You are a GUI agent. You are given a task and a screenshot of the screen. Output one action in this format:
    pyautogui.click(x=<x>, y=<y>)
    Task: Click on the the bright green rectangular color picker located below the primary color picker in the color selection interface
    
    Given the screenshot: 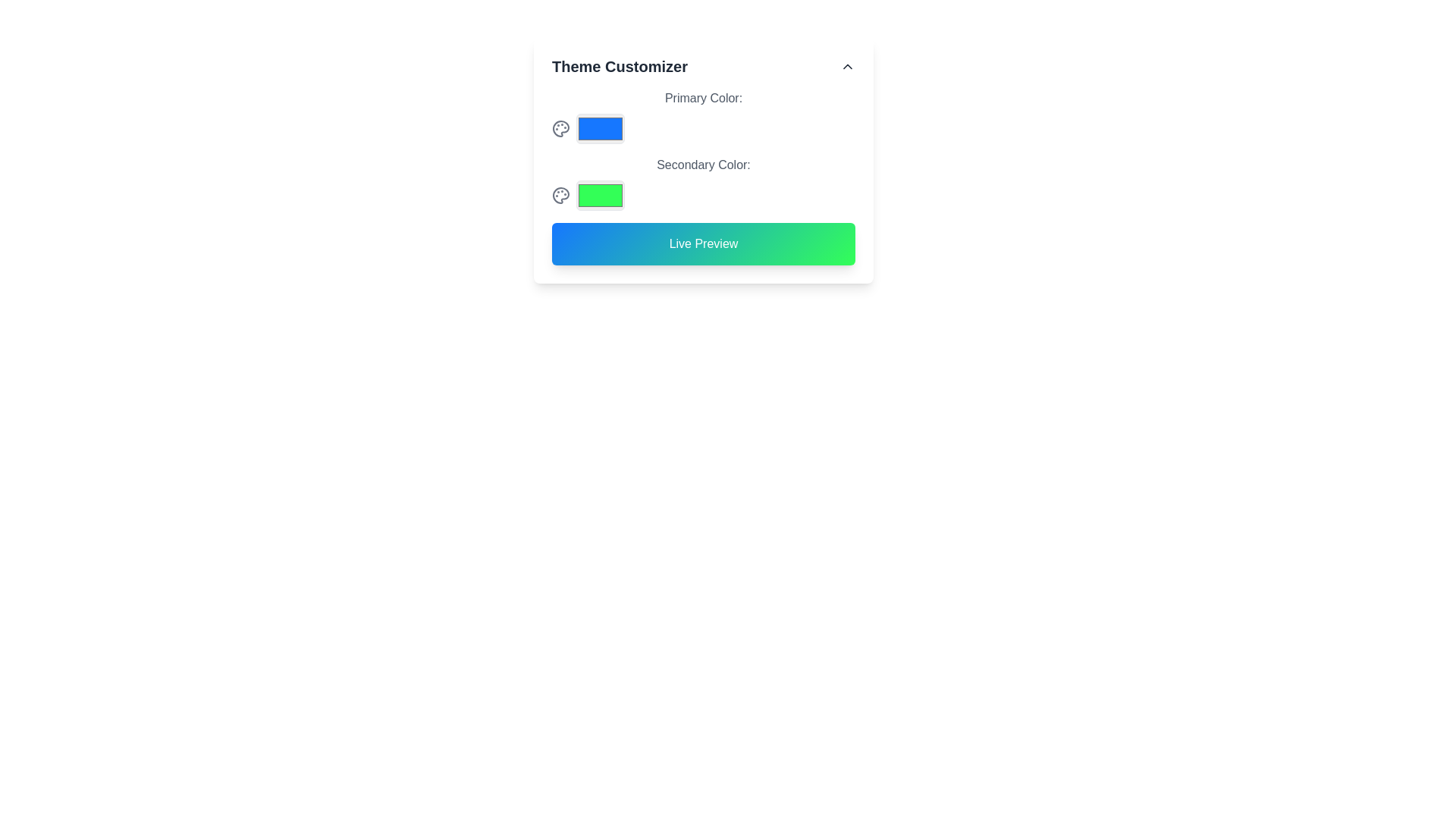 What is the action you would take?
    pyautogui.click(x=600, y=195)
    